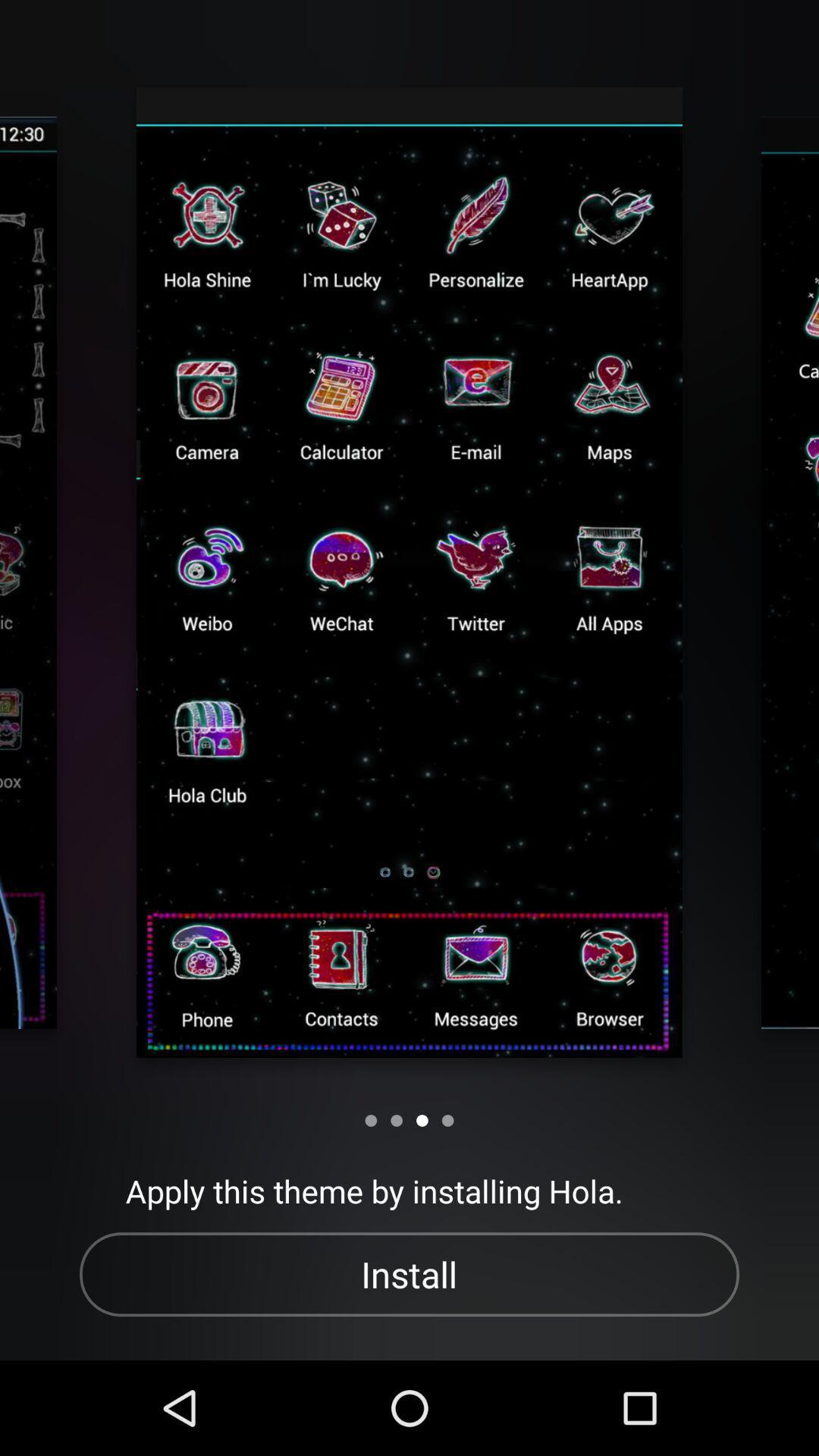 This screenshot has width=819, height=1456. What do you see at coordinates (422, 1120) in the screenshot?
I see `the icon above the apply this theme icon` at bounding box center [422, 1120].